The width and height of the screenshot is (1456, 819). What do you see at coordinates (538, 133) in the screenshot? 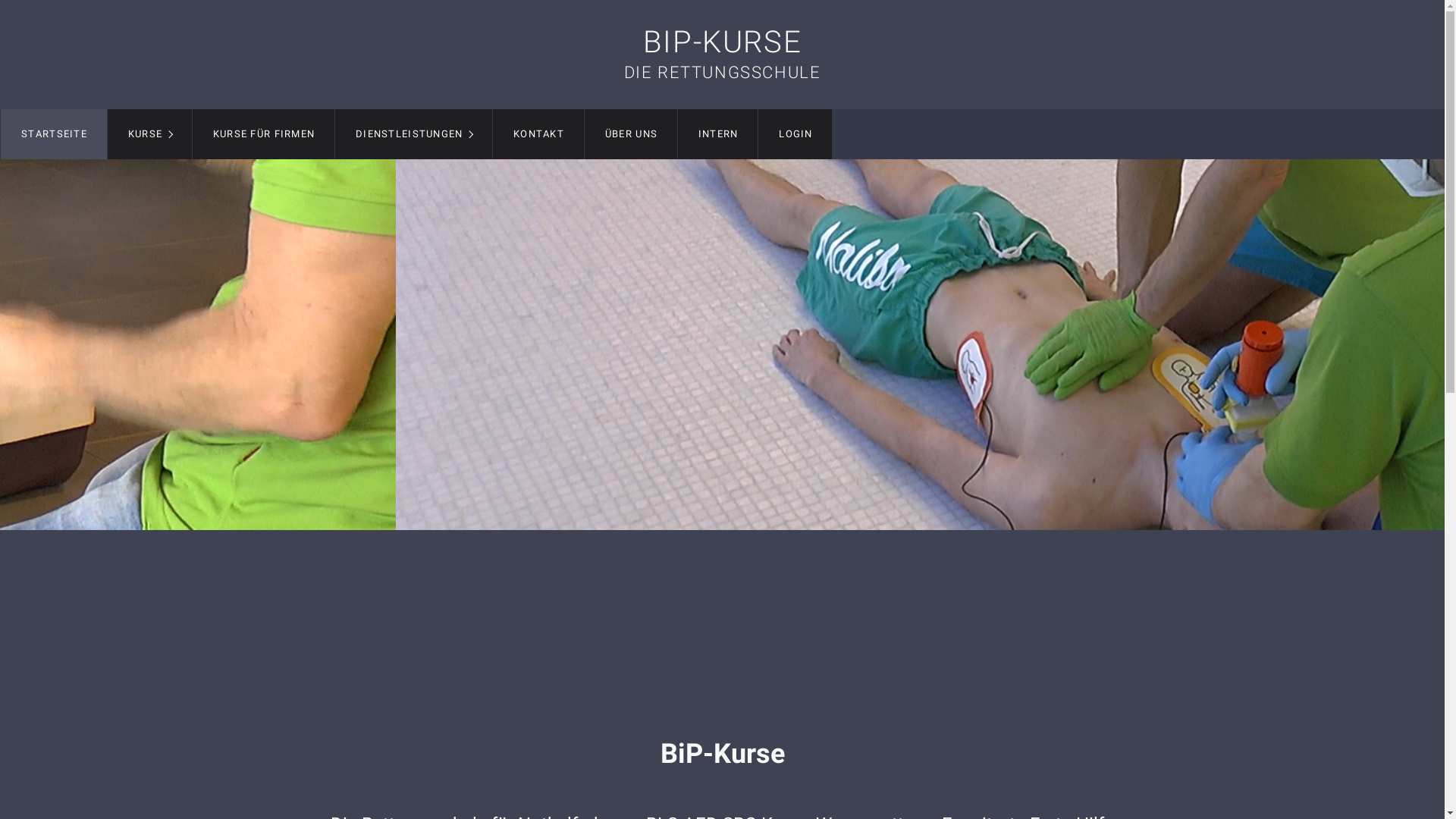
I see `'KONTAKT'` at bounding box center [538, 133].